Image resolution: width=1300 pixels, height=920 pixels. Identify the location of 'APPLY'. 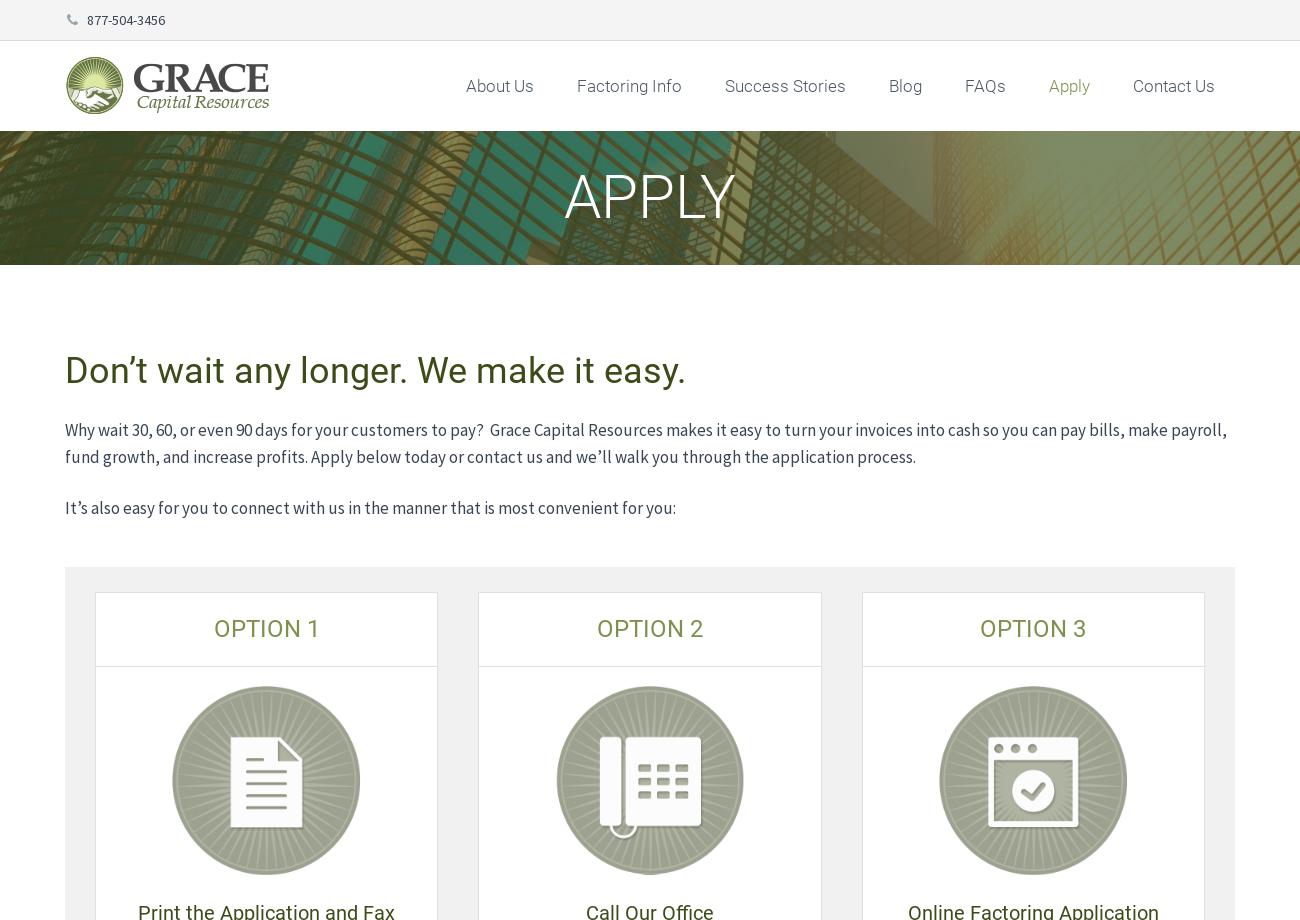
(650, 196).